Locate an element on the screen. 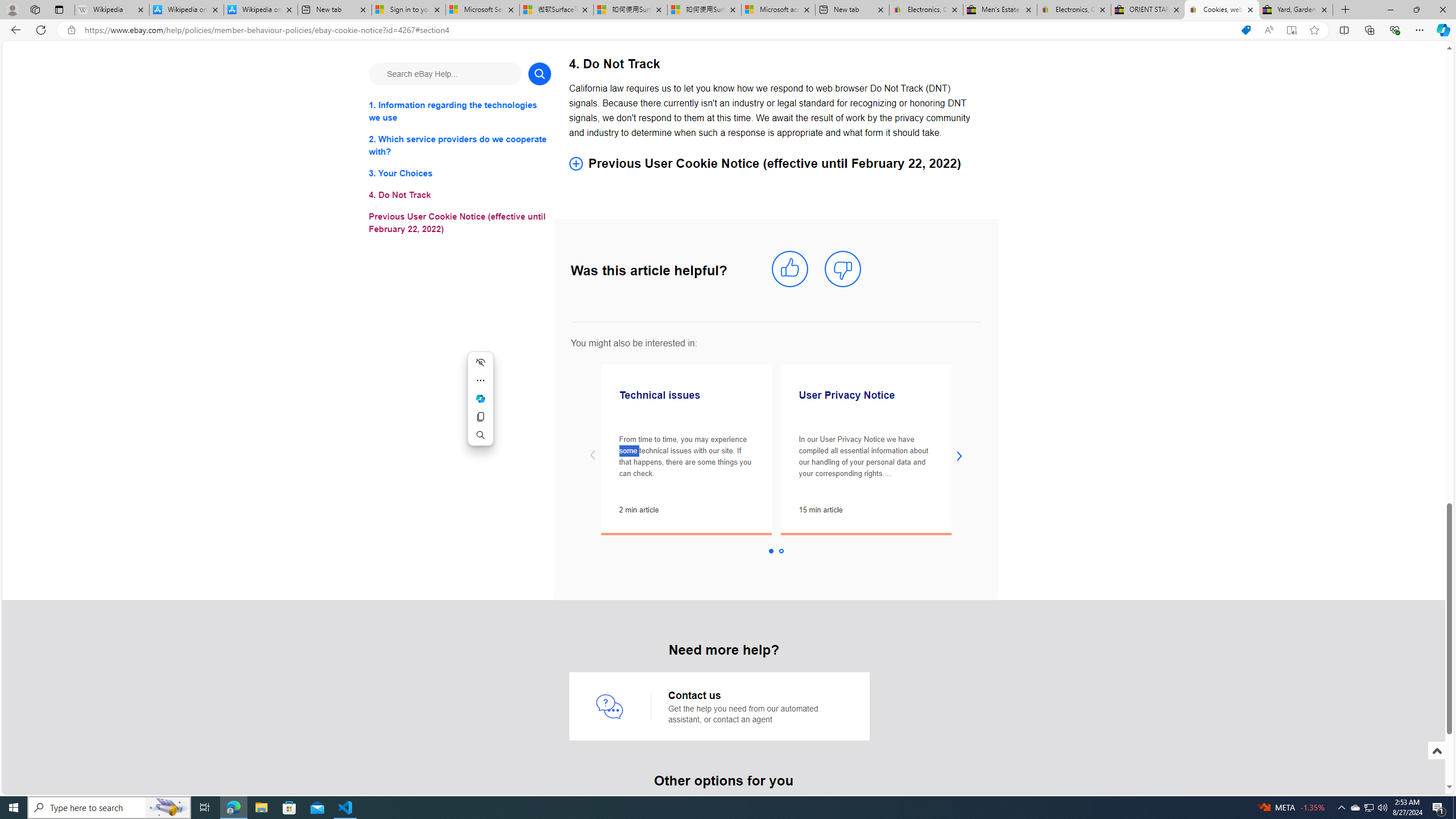 The image size is (1456, 819). 'Copy' is located at coordinates (479, 416).